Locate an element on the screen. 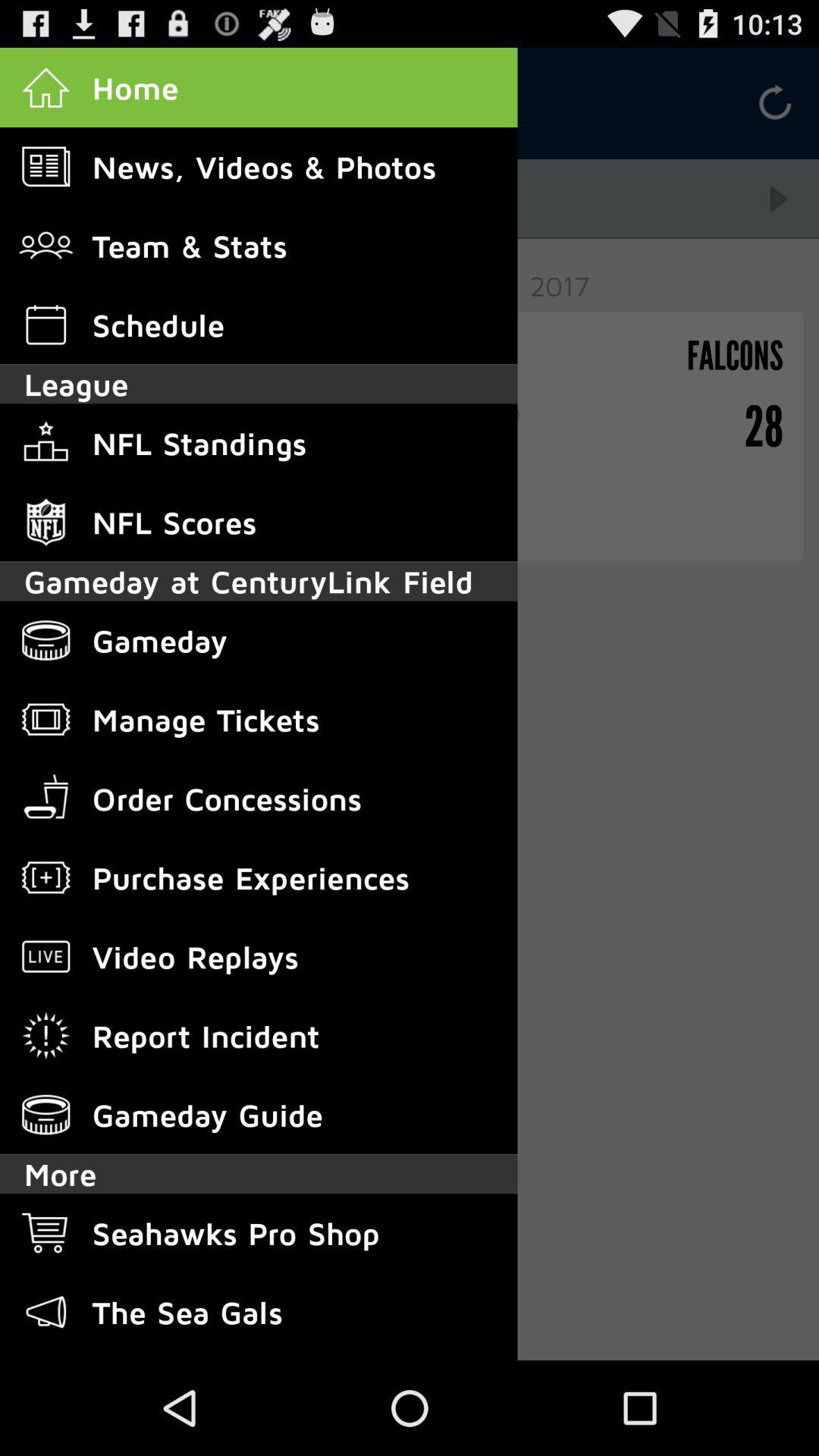 The width and height of the screenshot is (819, 1456). the play icon is located at coordinates (779, 212).